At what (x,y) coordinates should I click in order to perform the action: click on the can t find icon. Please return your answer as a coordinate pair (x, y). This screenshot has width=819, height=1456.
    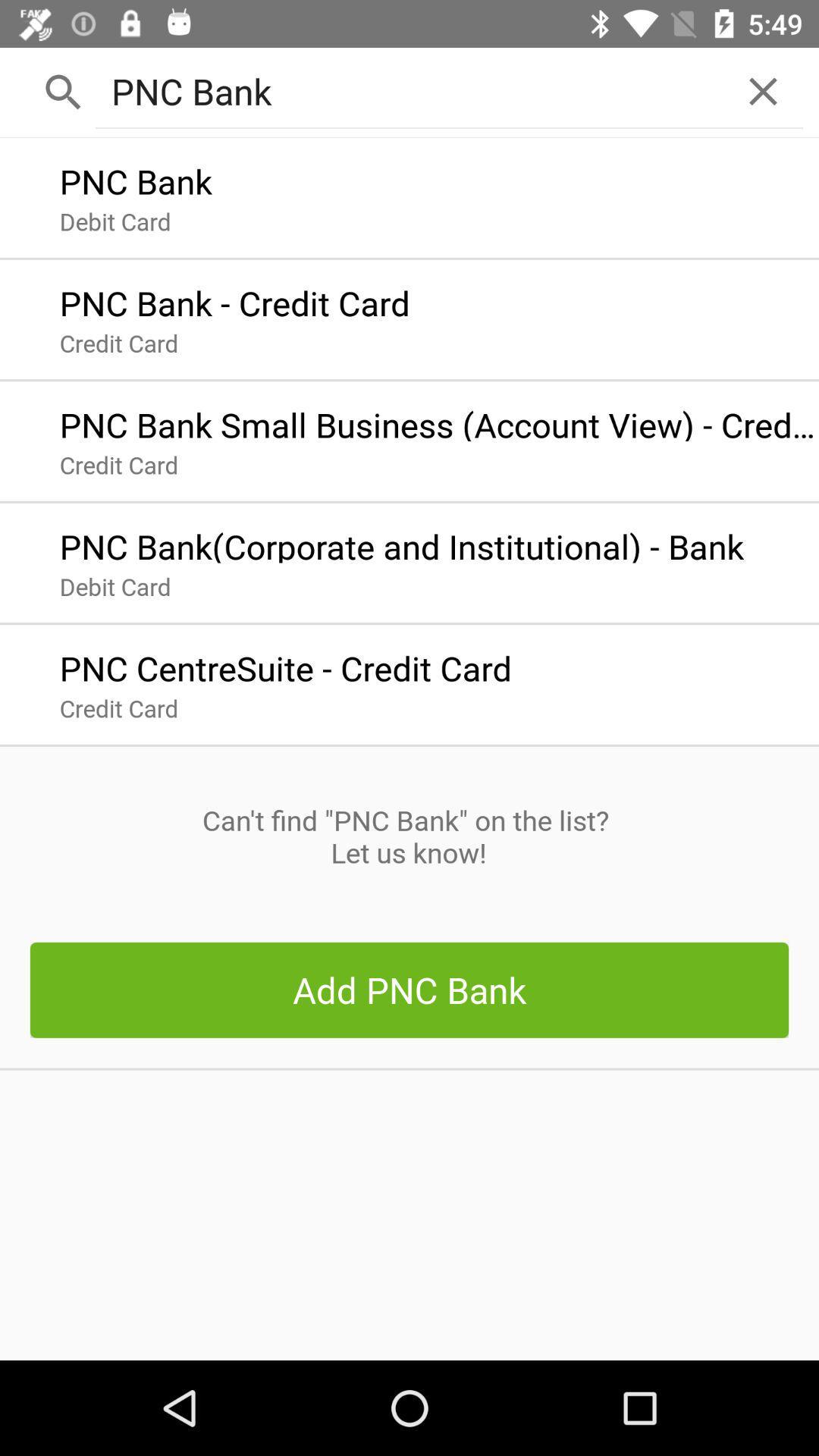
    Looking at the image, I should click on (408, 836).